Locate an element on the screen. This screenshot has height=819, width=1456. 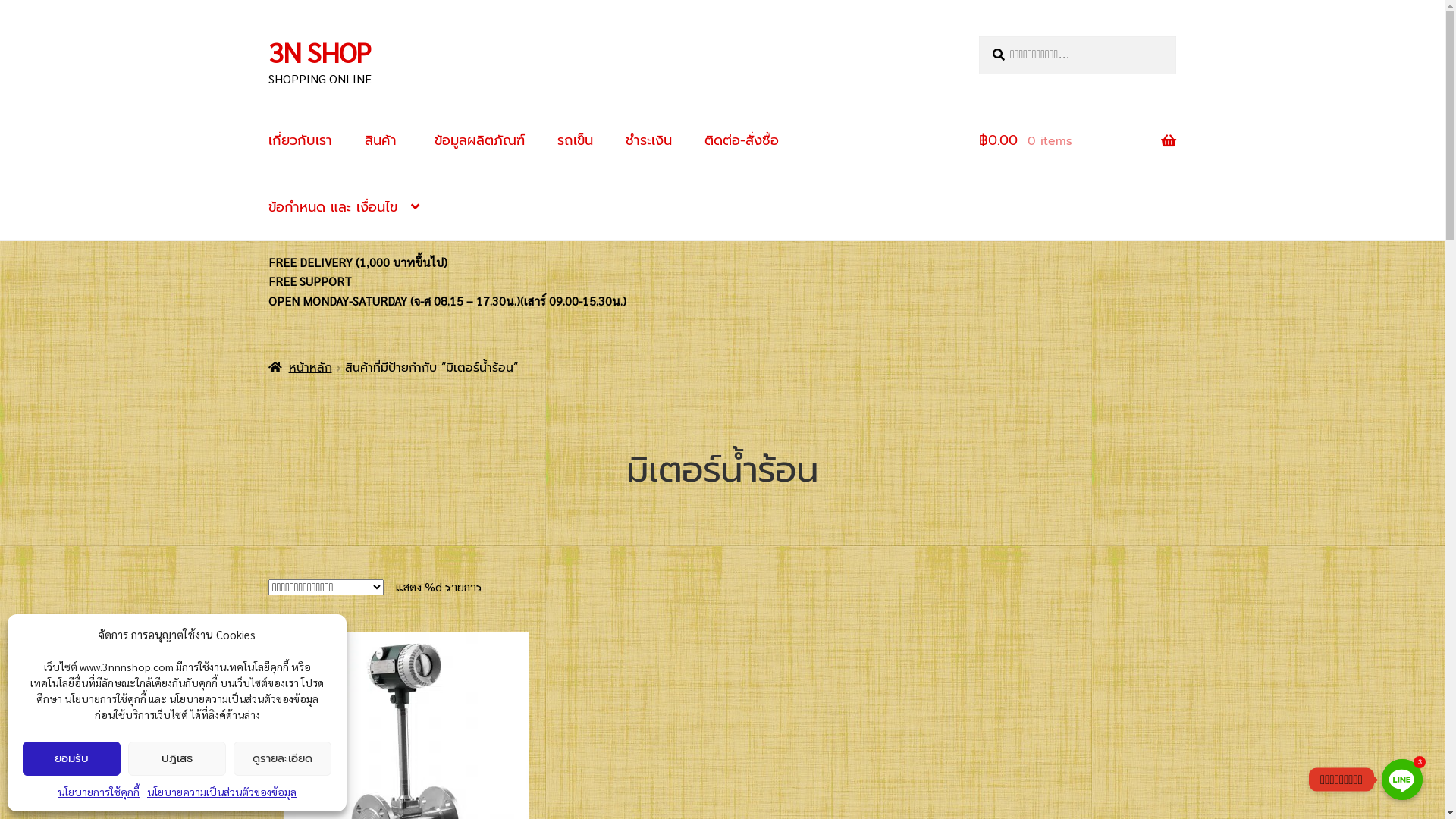
'3N SHOP' is located at coordinates (268, 51).